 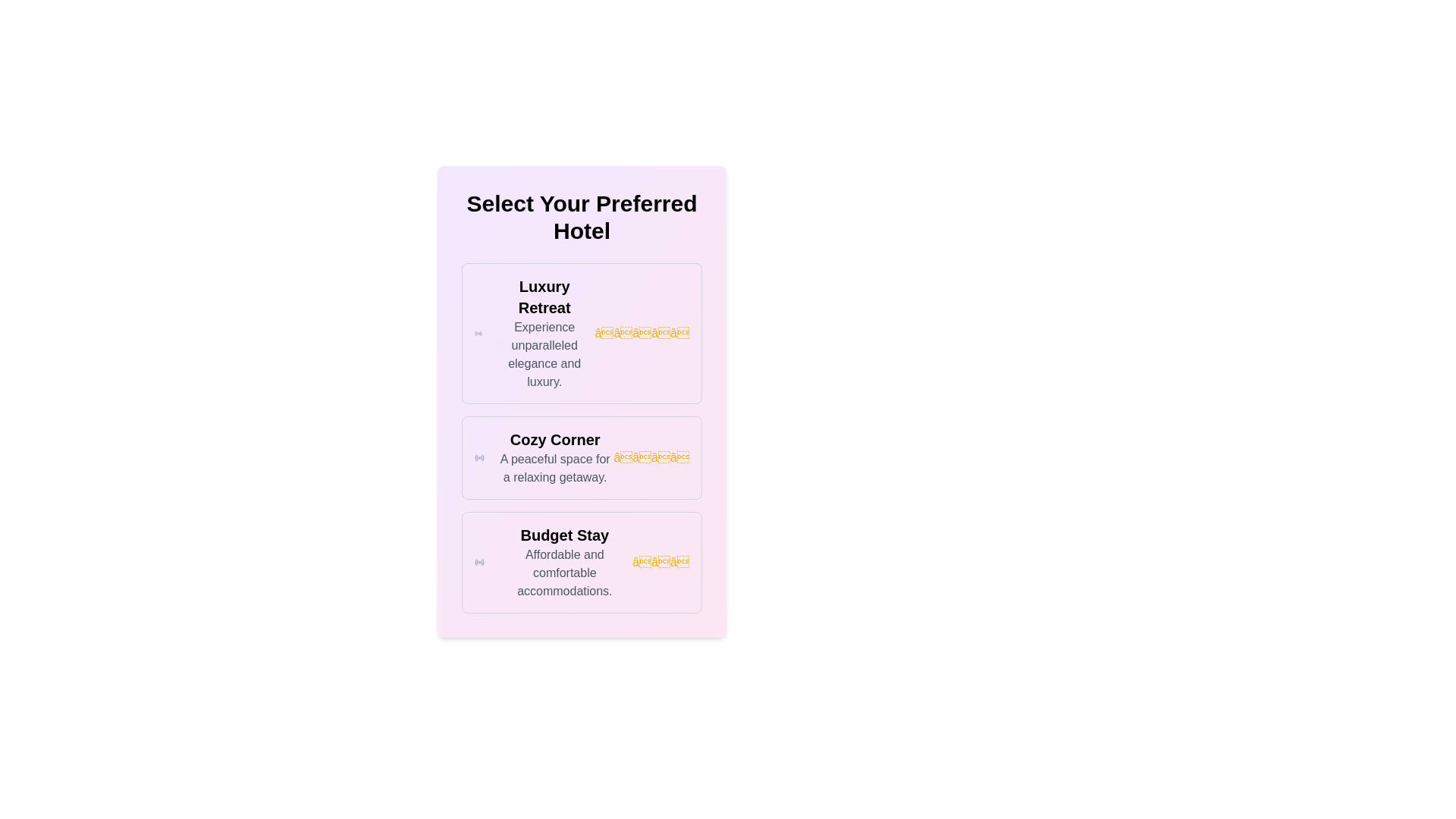 What do you see at coordinates (554, 457) in the screenshot?
I see `descriptive header text content for the 'Cozy Corner' selection, which is centrally located in the second card of a vertical list of three cards` at bounding box center [554, 457].